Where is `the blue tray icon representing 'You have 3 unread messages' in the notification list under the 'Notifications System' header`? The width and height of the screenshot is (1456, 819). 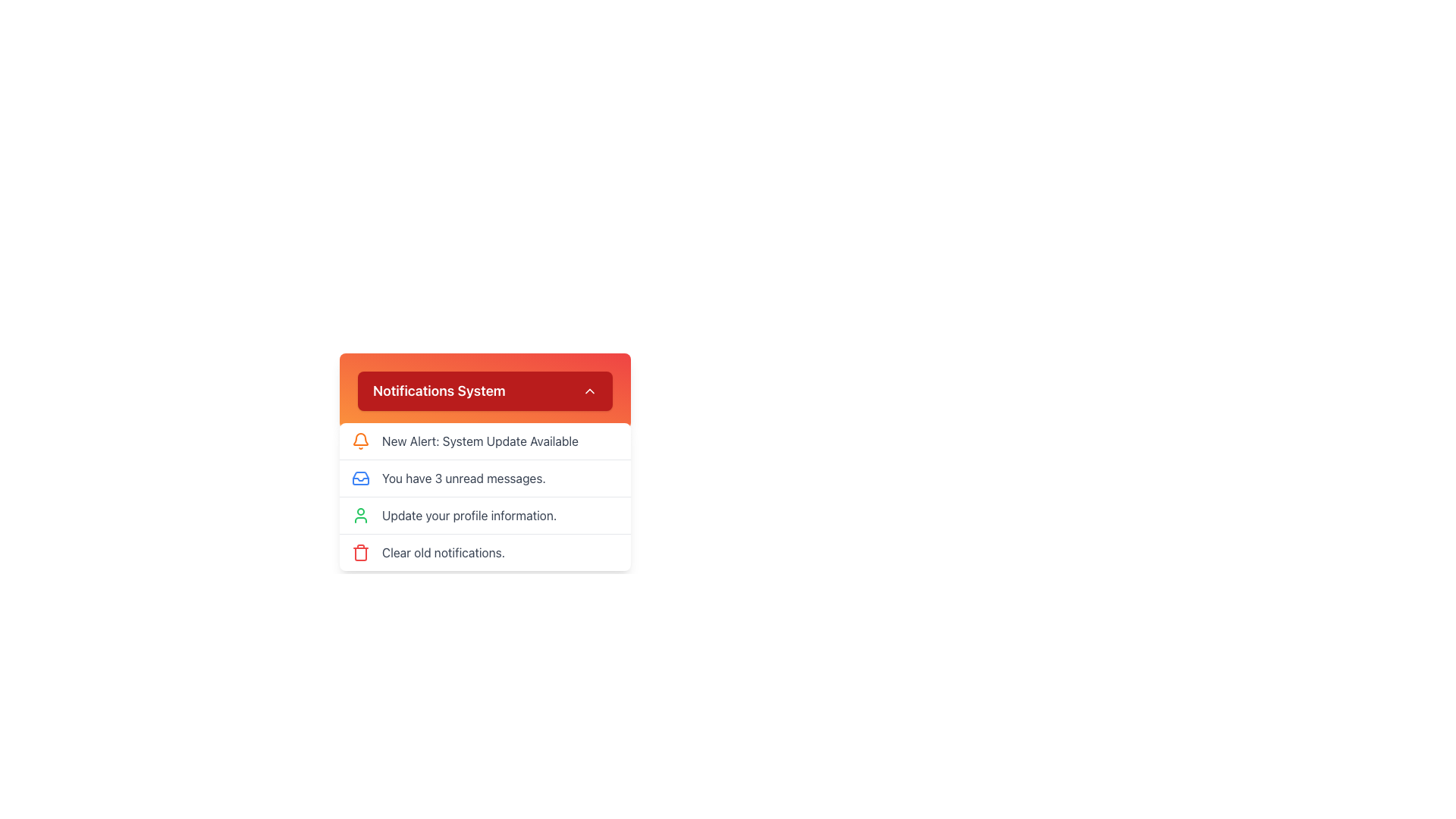
the blue tray icon representing 'You have 3 unread messages' in the notification list under the 'Notifications System' header is located at coordinates (359, 479).